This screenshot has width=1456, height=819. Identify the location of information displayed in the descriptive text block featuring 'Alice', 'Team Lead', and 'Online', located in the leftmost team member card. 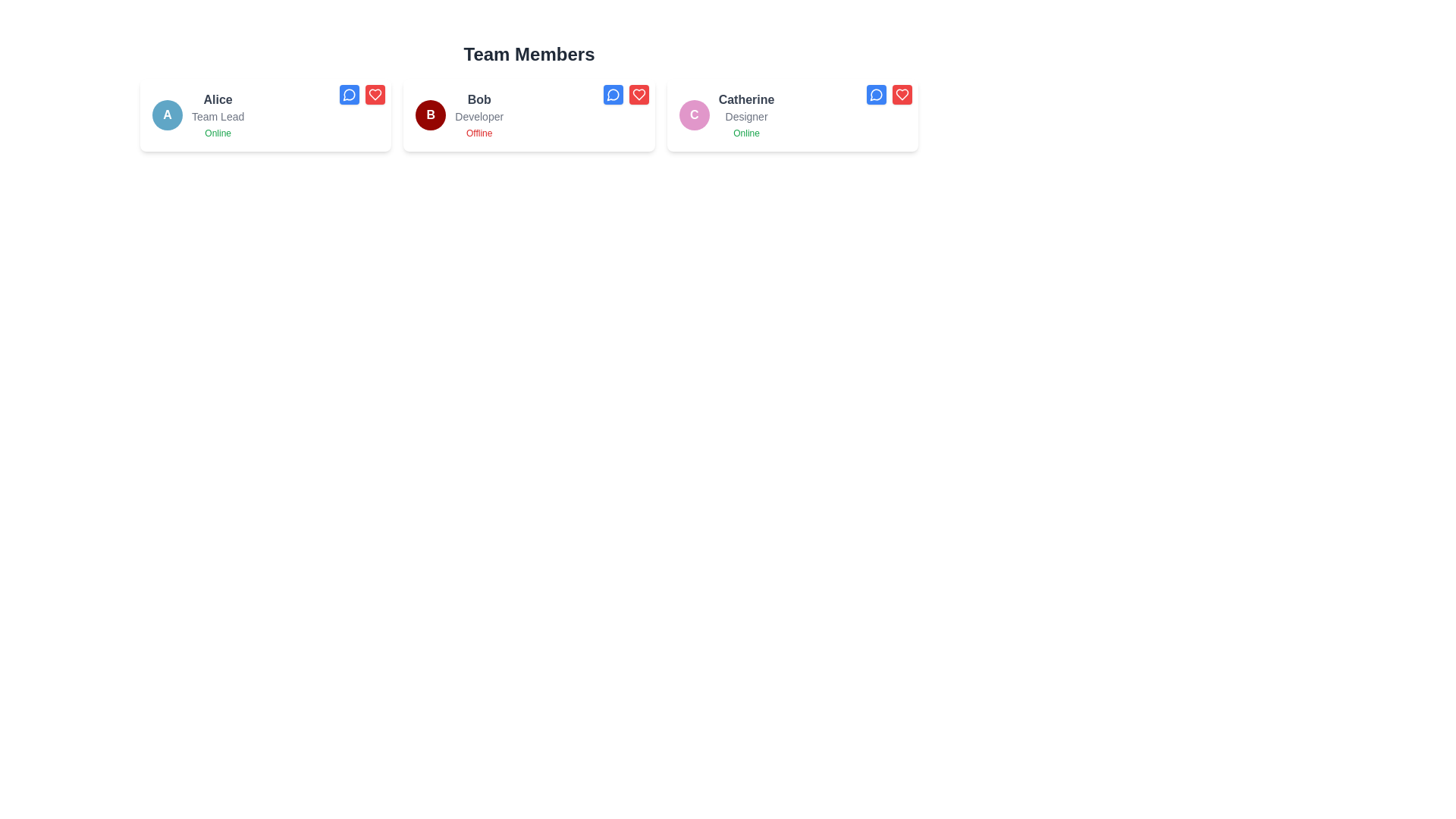
(217, 114).